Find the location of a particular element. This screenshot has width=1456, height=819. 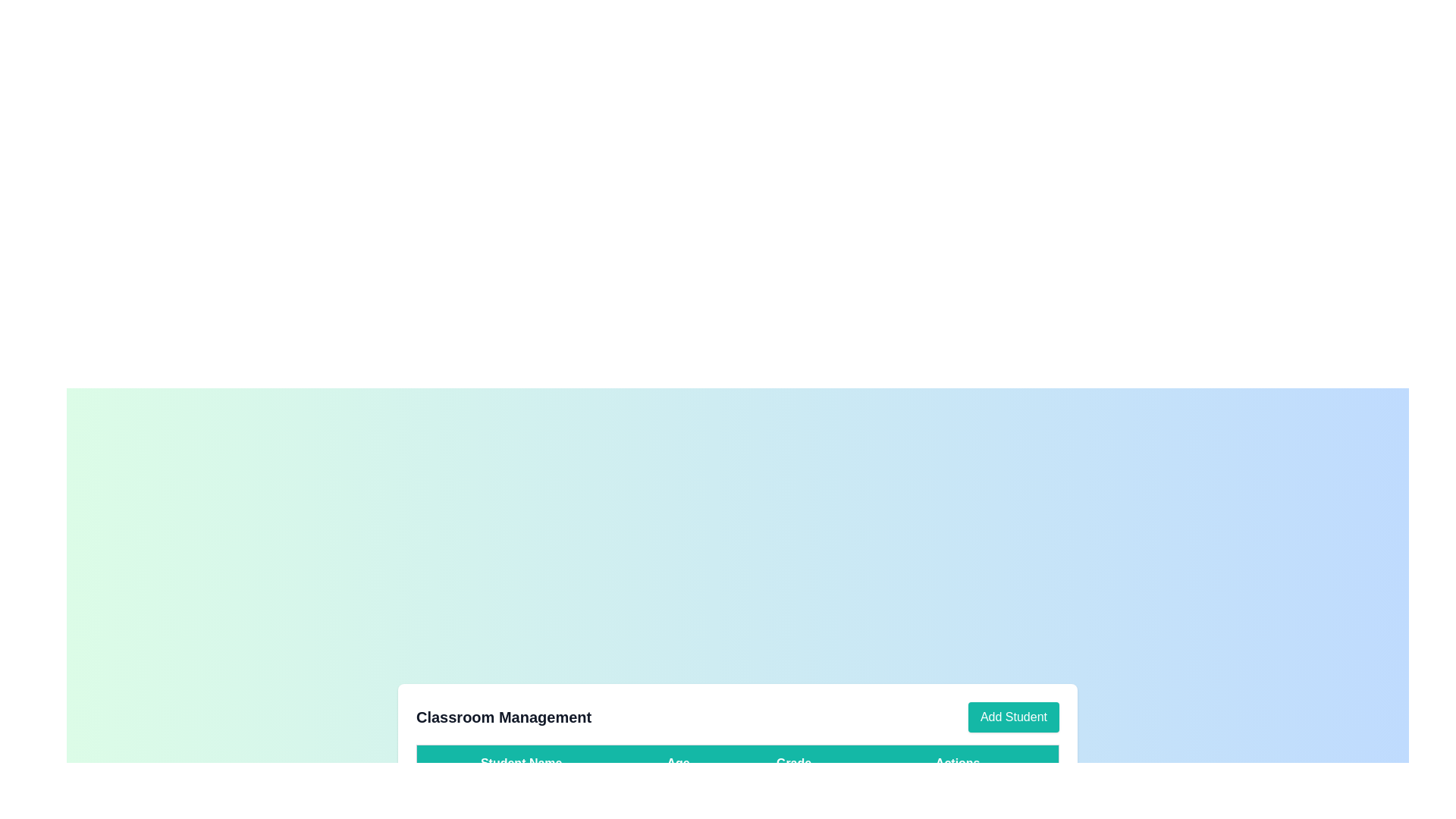

the 'Student Name' text label which is a horizontal tab-like component with a teal background and white bold text, located in the bottom section of the interface under 'Classroom Management' is located at coordinates (521, 763).